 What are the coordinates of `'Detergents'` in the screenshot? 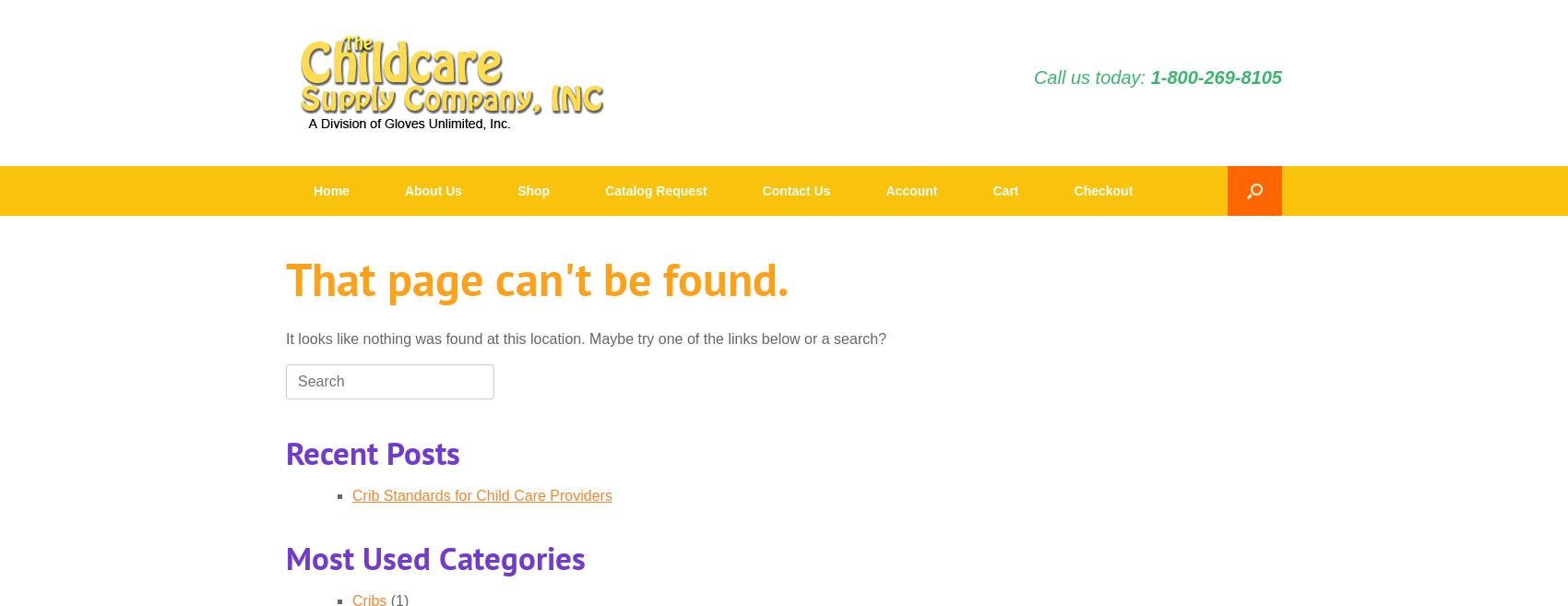 It's located at (734, 479).